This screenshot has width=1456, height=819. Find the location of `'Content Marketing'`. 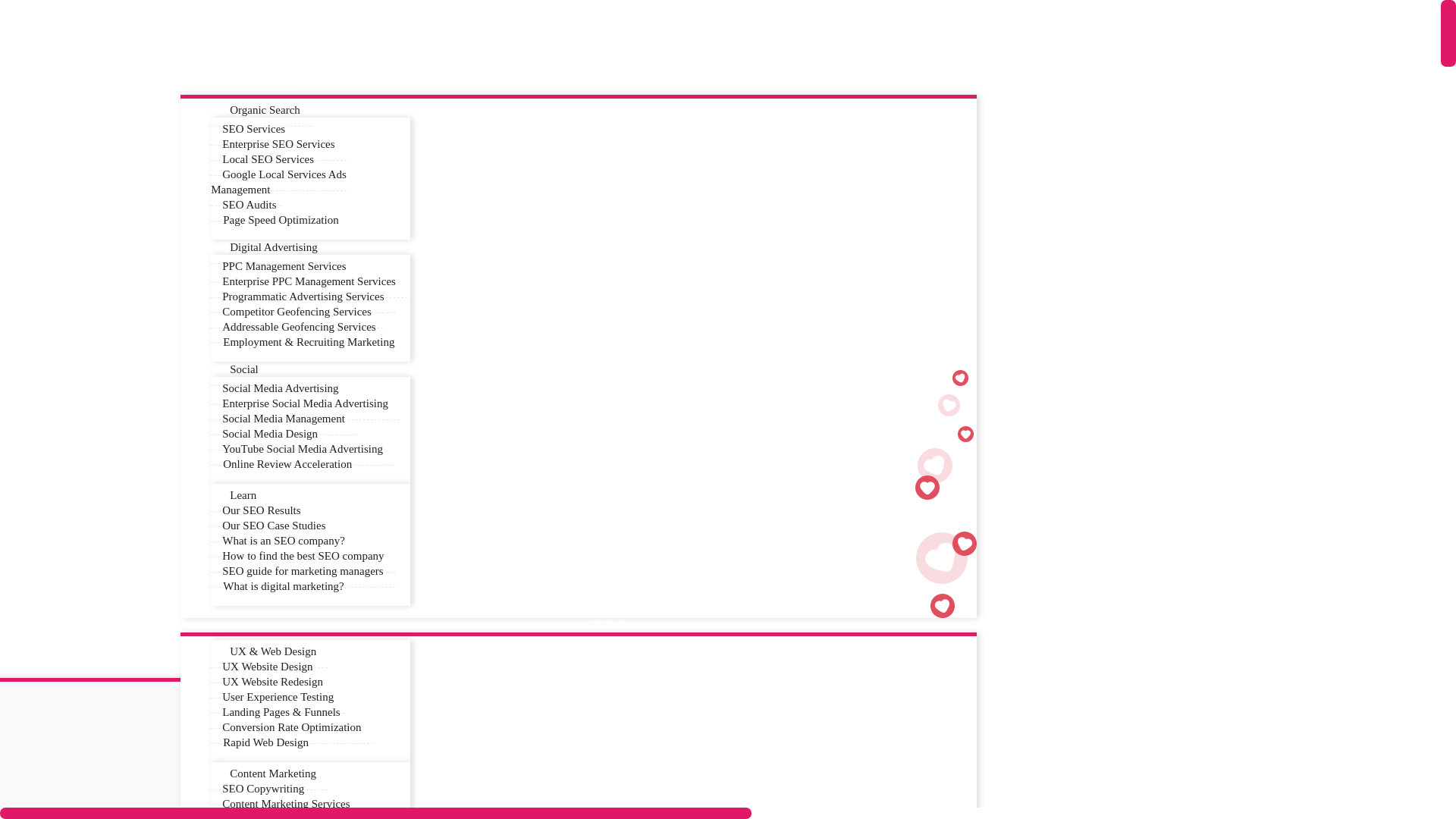

'Content Marketing' is located at coordinates (269, 773).